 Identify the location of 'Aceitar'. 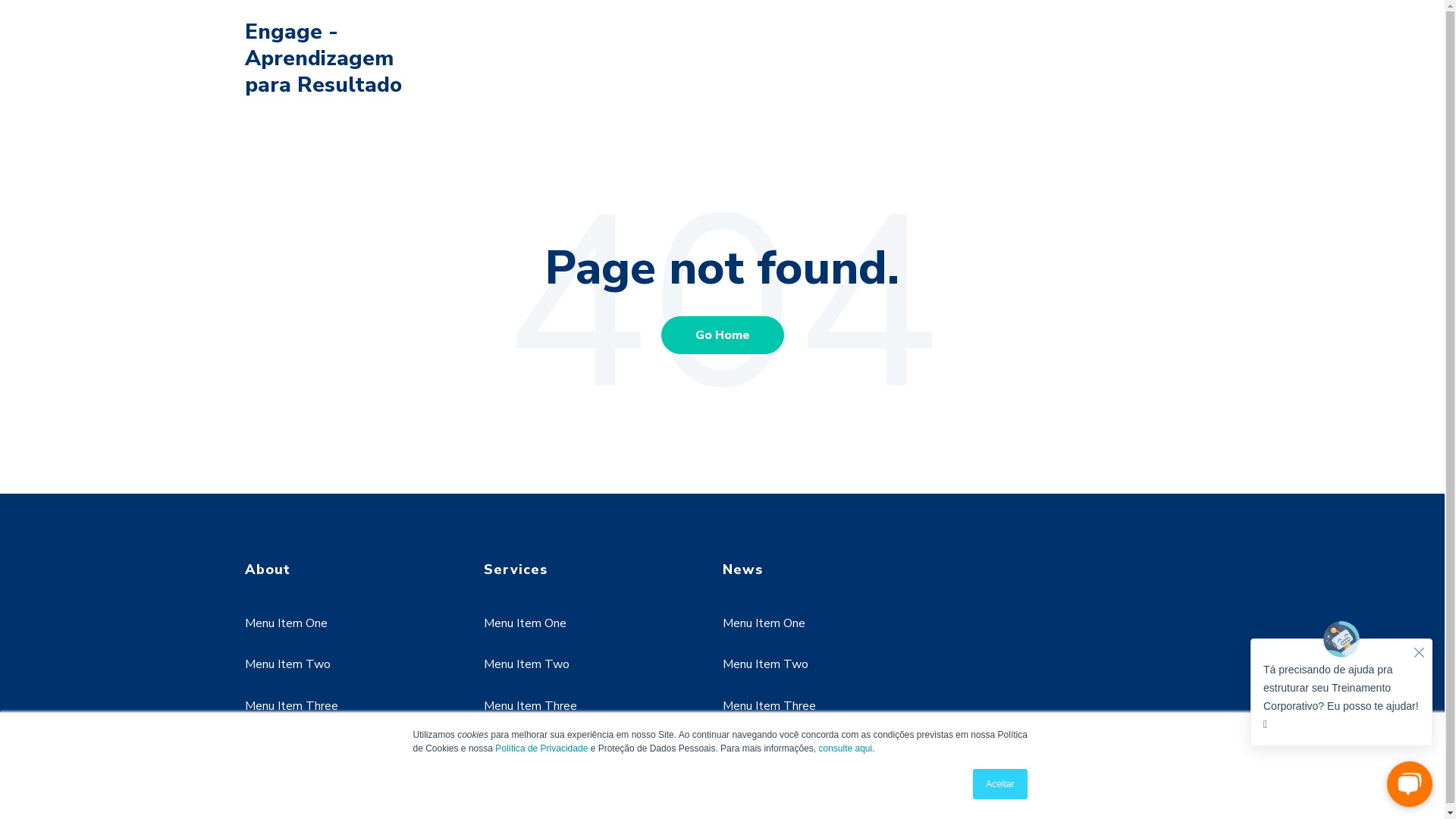
(999, 783).